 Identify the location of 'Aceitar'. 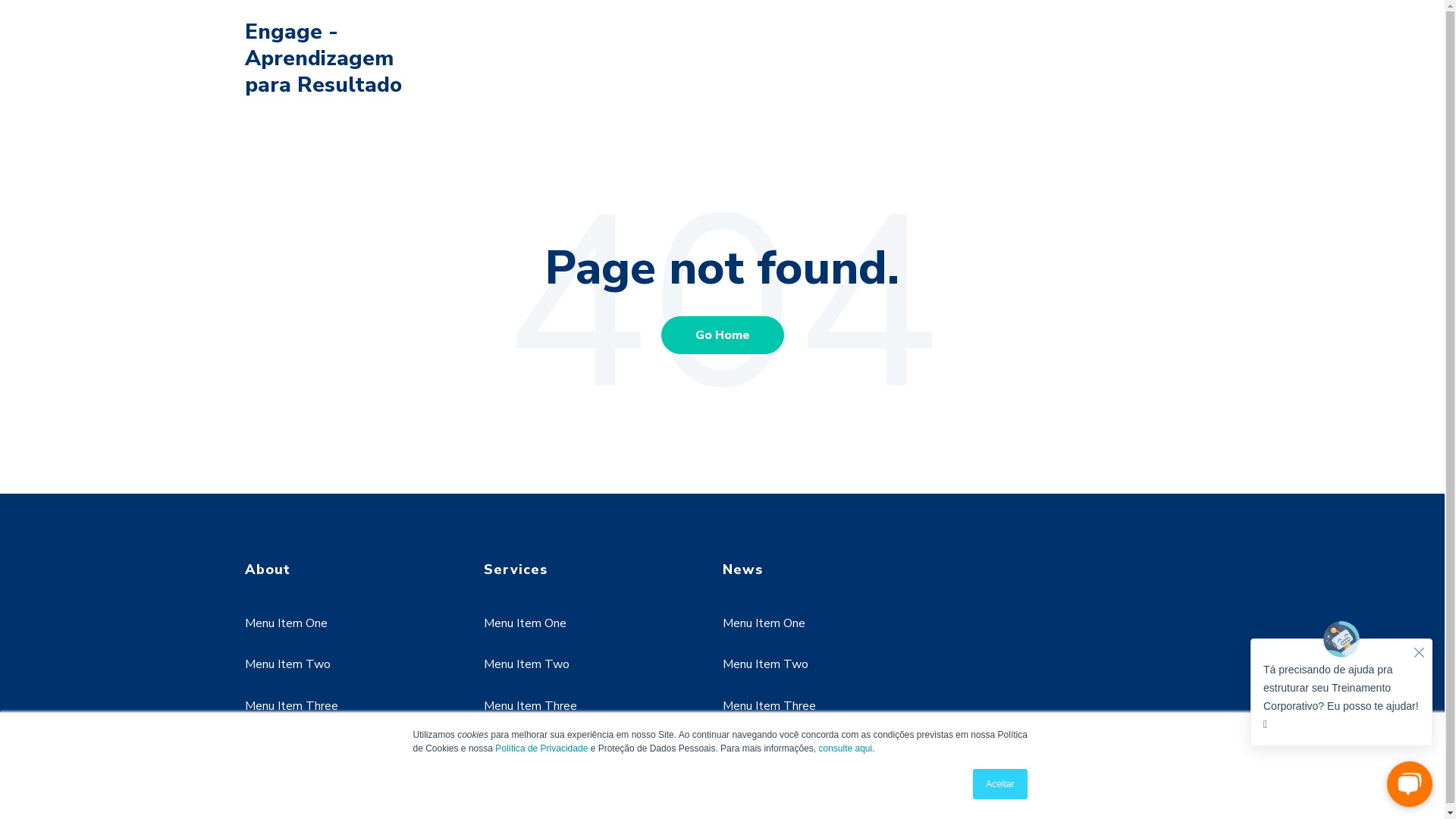
(999, 783).